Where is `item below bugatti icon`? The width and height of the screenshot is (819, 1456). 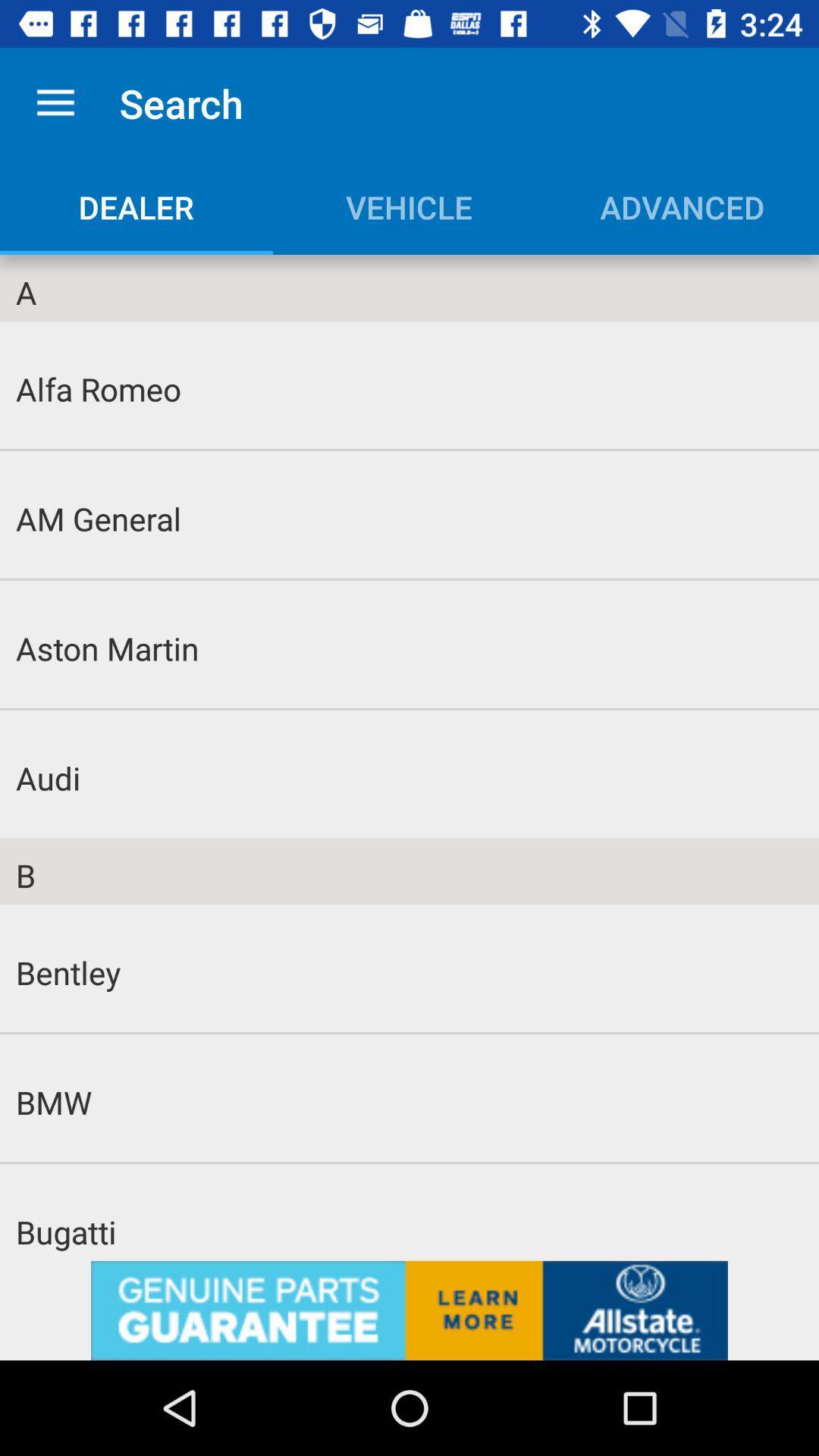
item below bugatti icon is located at coordinates (409, 1310).